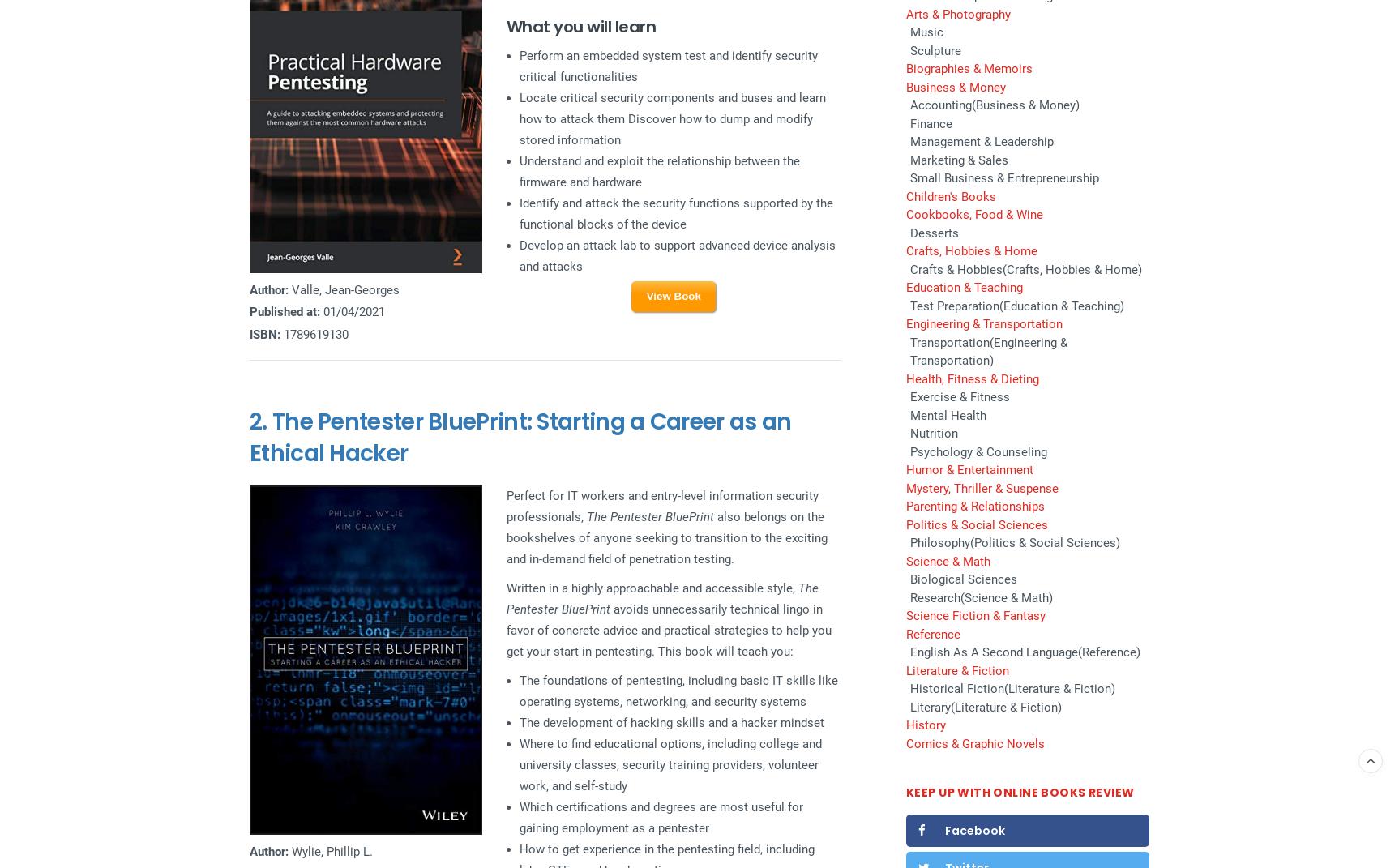  I want to click on 'The development of hacking skills and a hacker mindset', so click(670, 723).